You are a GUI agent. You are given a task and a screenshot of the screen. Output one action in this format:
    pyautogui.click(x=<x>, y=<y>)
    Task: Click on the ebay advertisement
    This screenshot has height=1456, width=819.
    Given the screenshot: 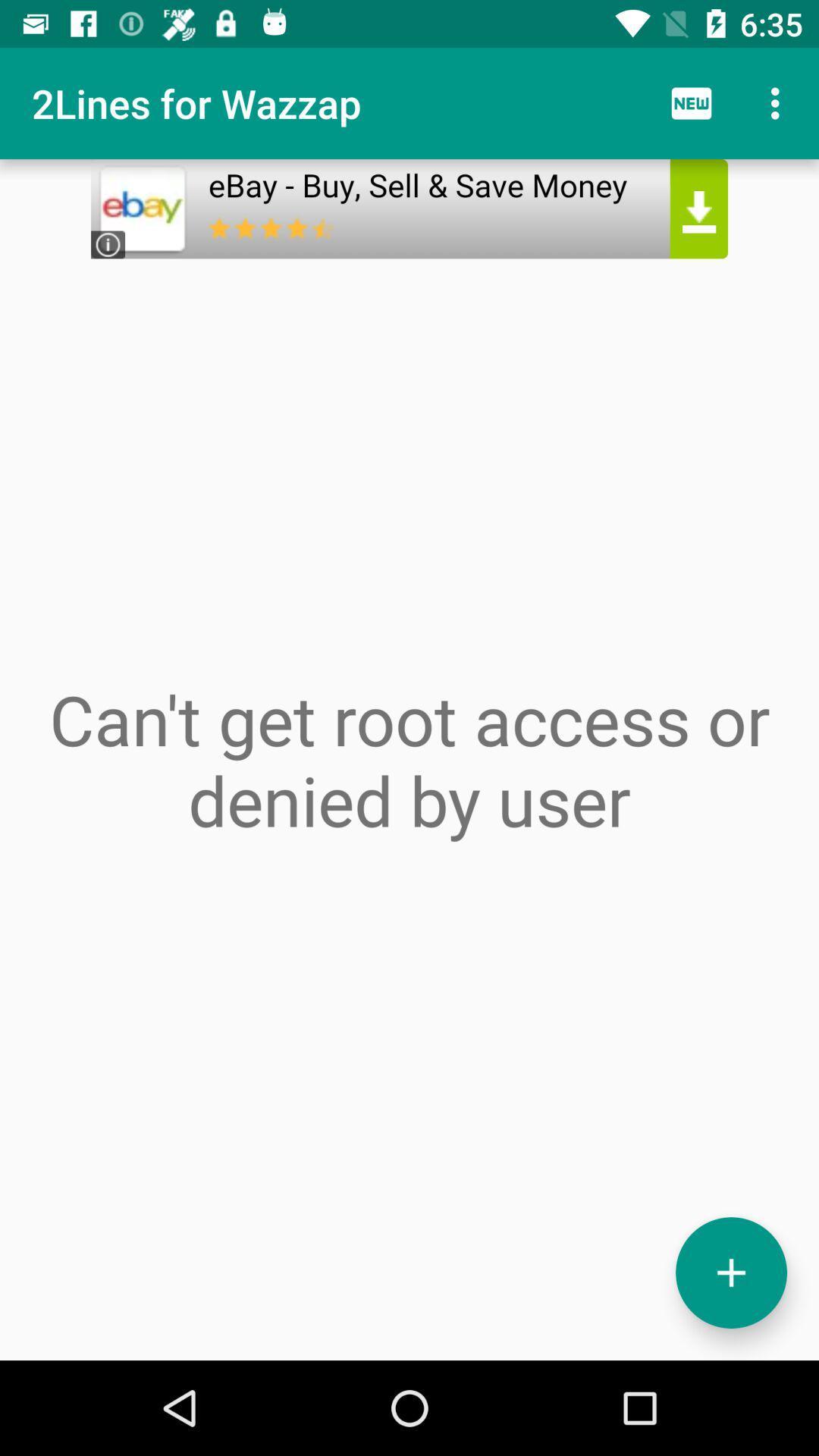 What is the action you would take?
    pyautogui.click(x=409, y=208)
    